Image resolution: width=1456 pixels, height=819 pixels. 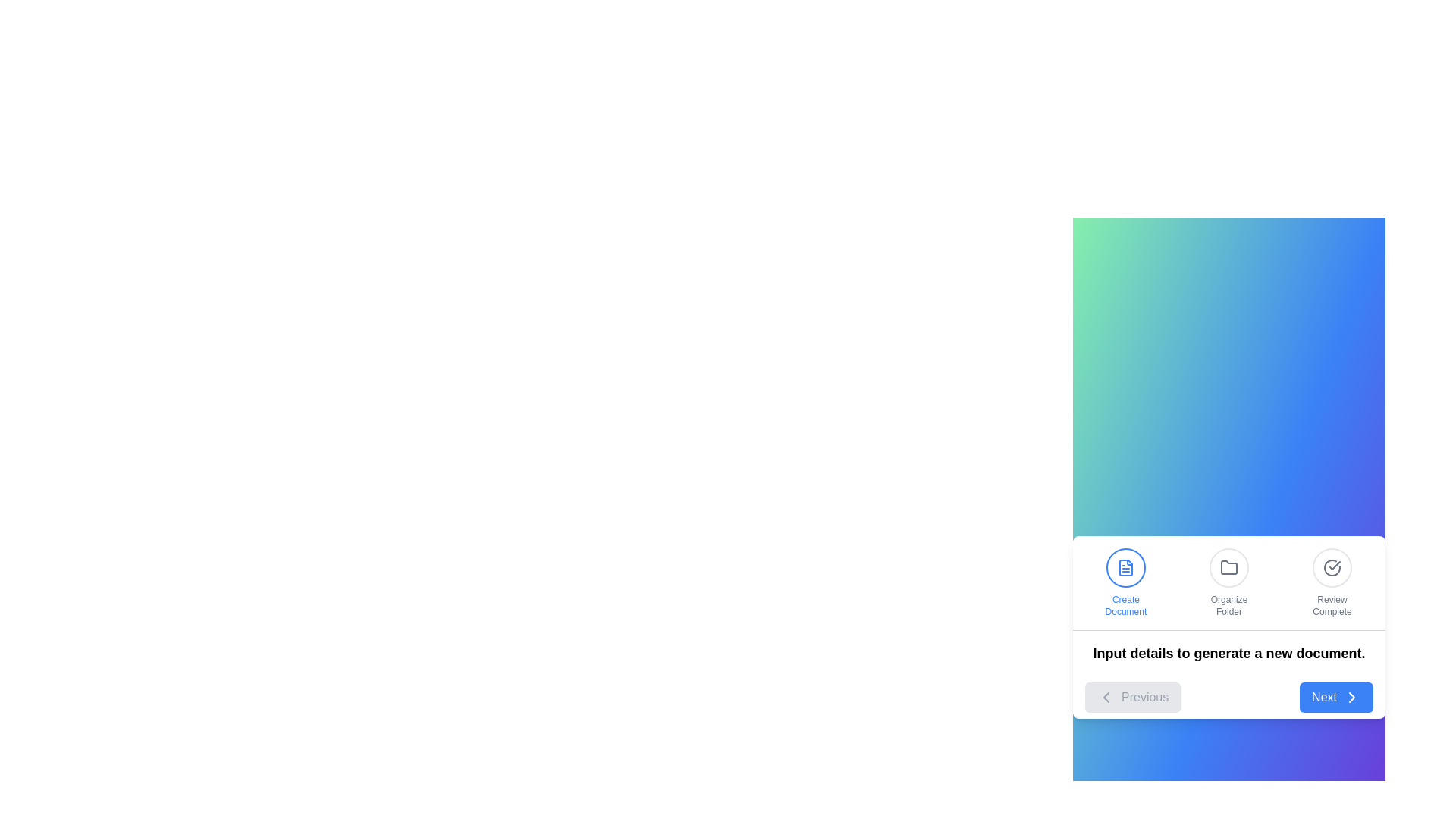 What do you see at coordinates (1331, 582) in the screenshot?
I see `the step icon corresponding to Review Complete to navigate to that step` at bounding box center [1331, 582].